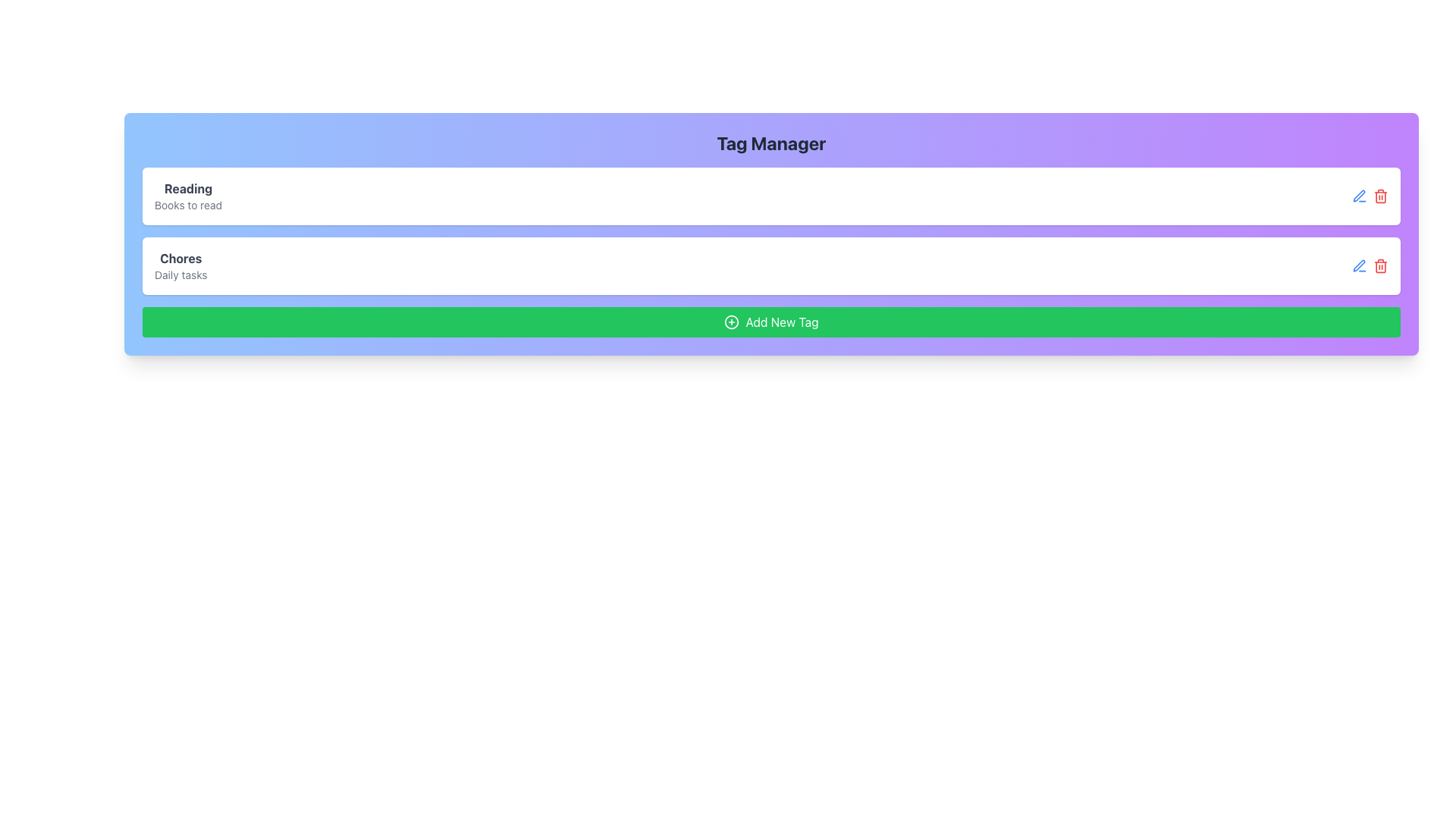 Image resolution: width=1456 pixels, height=819 pixels. Describe the element at coordinates (187, 195) in the screenshot. I see `the label containing the text 'Reading' and its subtext 'Books to read', which is the topmost item in a list inside a white rounded rectangle in the 'Tag Manager' section` at that location.